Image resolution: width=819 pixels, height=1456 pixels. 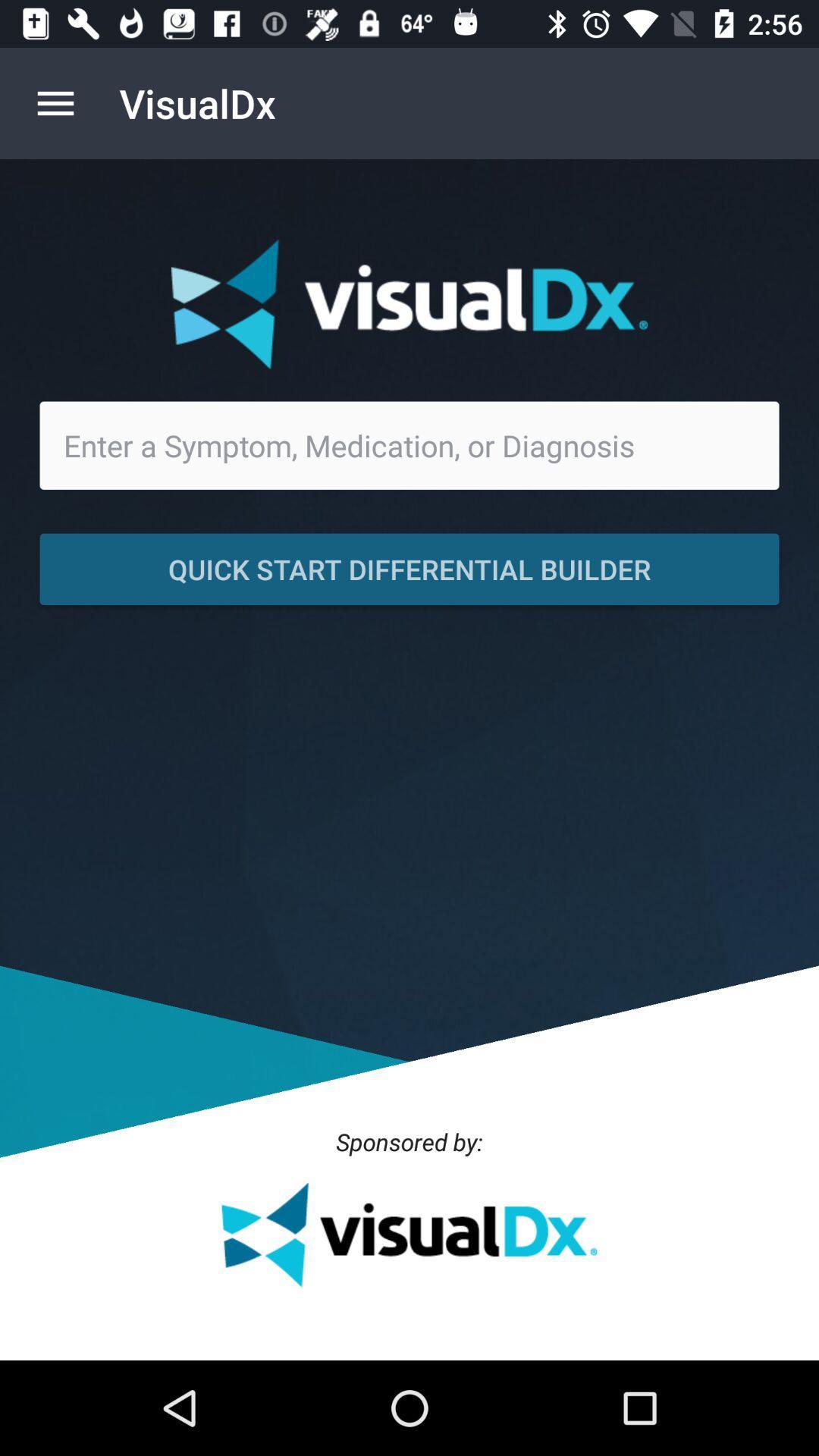 I want to click on search bar, so click(x=409, y=444).